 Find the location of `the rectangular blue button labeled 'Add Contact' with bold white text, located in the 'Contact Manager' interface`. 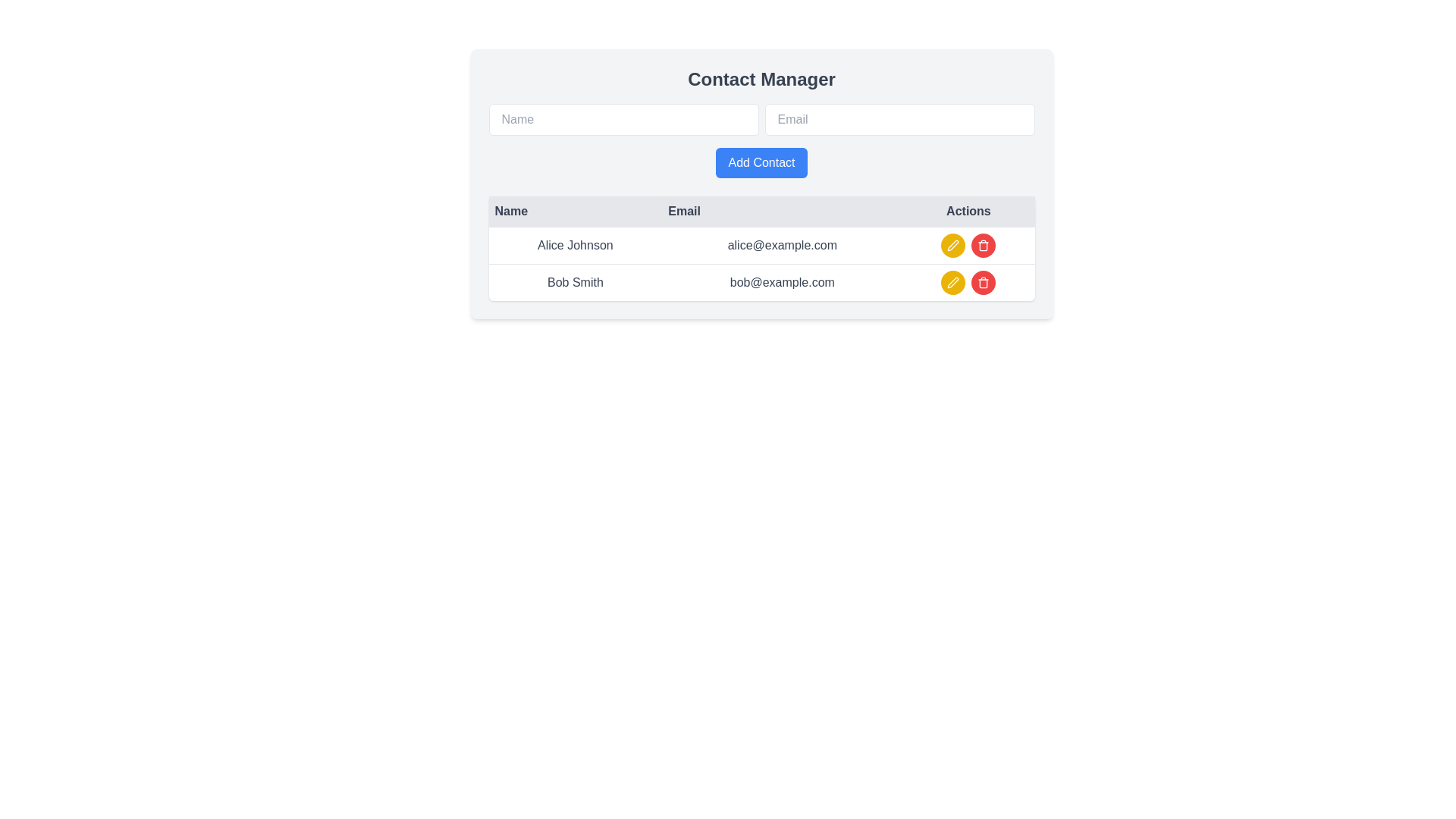

the rectangular blue button labeled 'Add Contact' with bold white text, located in the 'Contact Manager' interface is located at coordinates (761, 140).